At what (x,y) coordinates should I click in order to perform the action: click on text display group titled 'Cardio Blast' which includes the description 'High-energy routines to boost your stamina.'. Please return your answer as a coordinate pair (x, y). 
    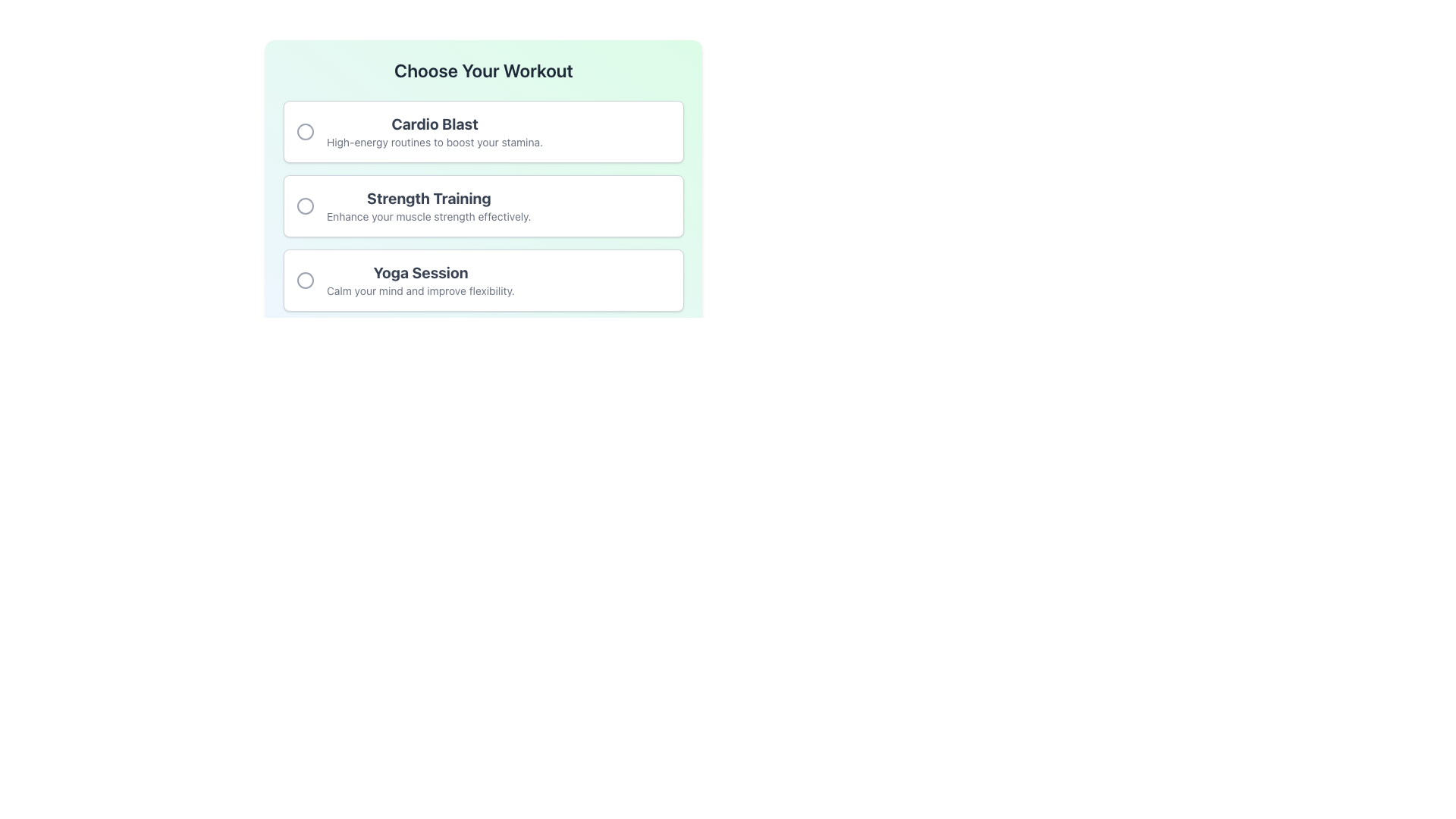
    Looking at the image, I should click on (434, 130).